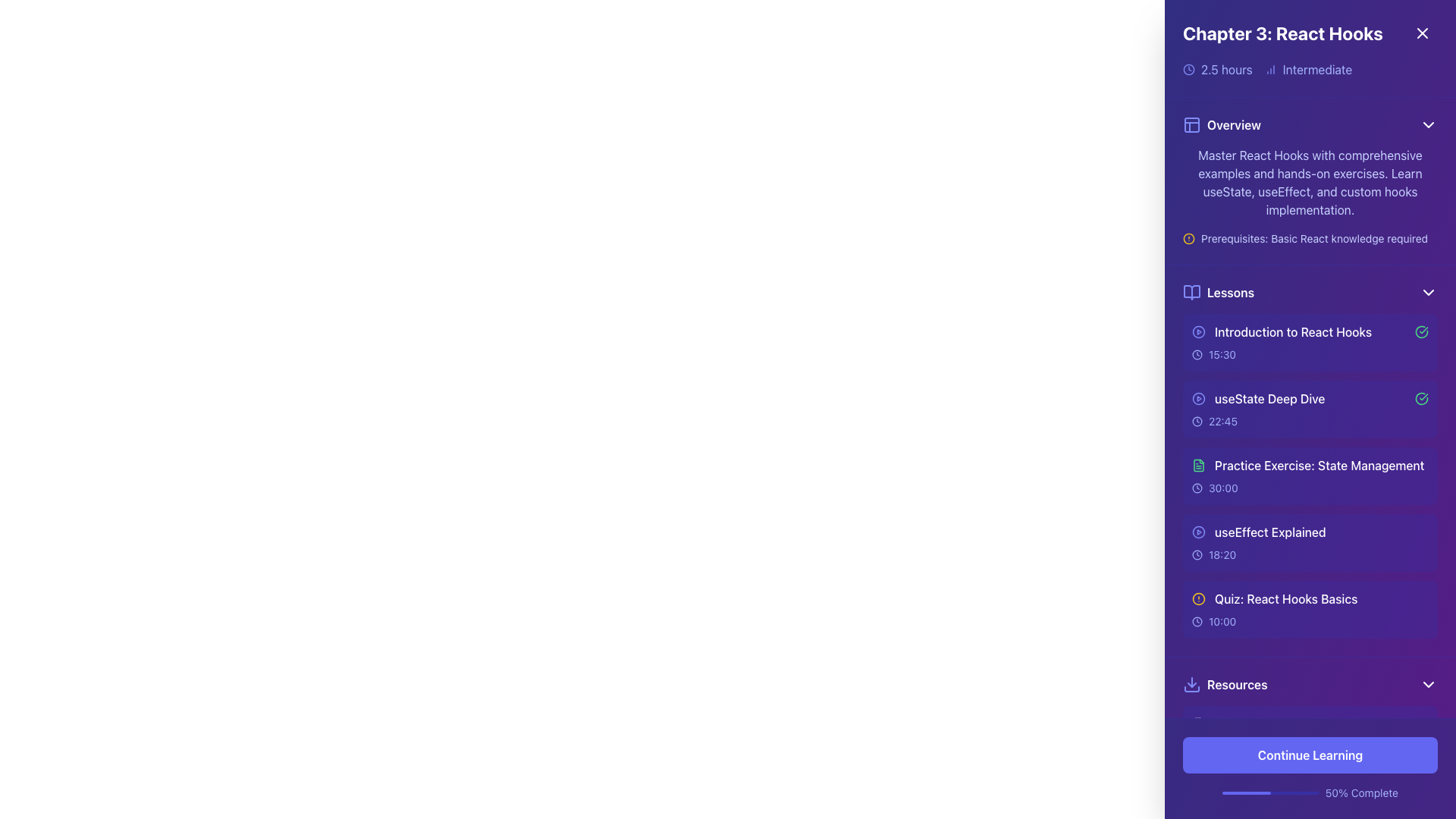 This screenshot has height=819, width=1456. I want to click on the small green circle containing a checkmark icon that represents a completed status, located in the Lessons section, associated with the lesson titled 'useState Deep Dive', so click(1421, 397).